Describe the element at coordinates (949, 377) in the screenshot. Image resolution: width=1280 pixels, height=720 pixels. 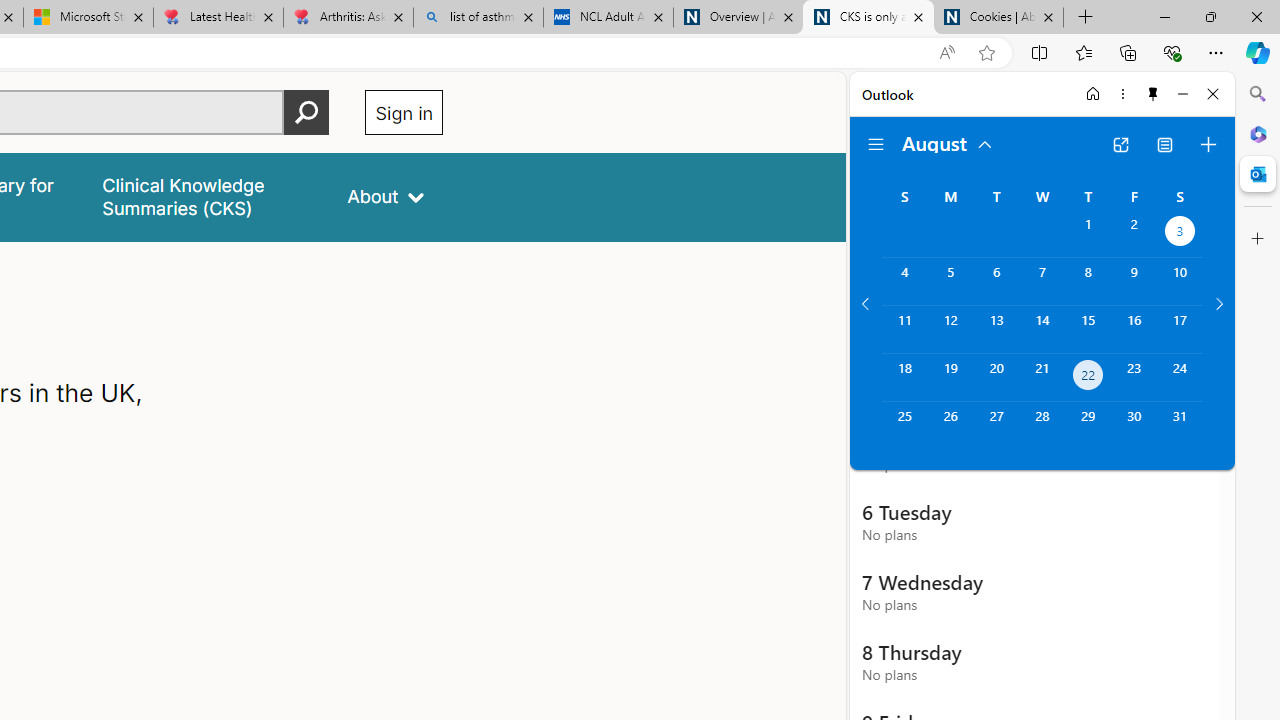
I see `'Monday, August 19, 2024. '` at that location.